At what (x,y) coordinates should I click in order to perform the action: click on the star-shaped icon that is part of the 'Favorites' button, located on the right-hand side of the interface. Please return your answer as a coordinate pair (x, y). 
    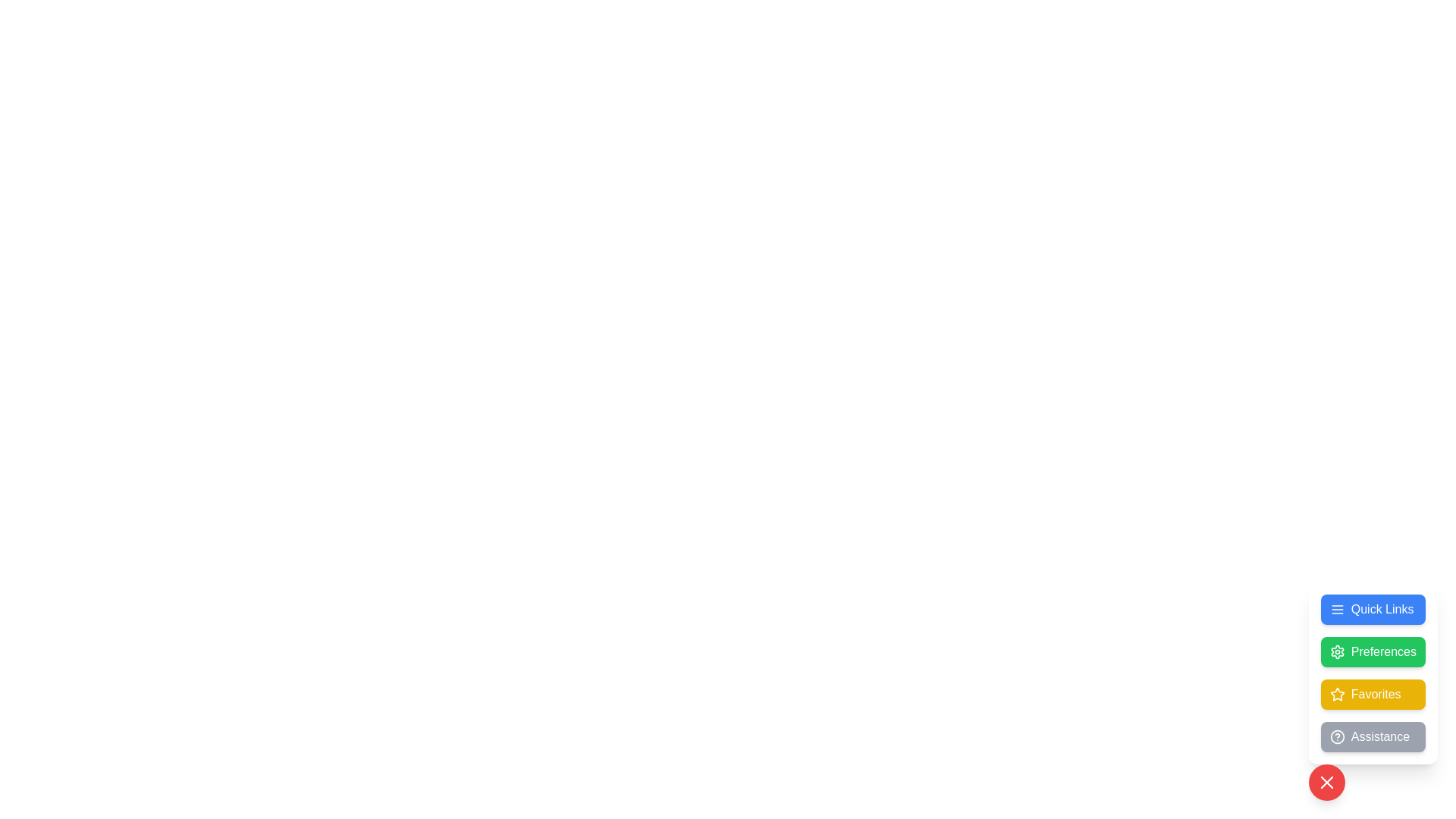
    Looking at the image, I should click on (1337, 694).